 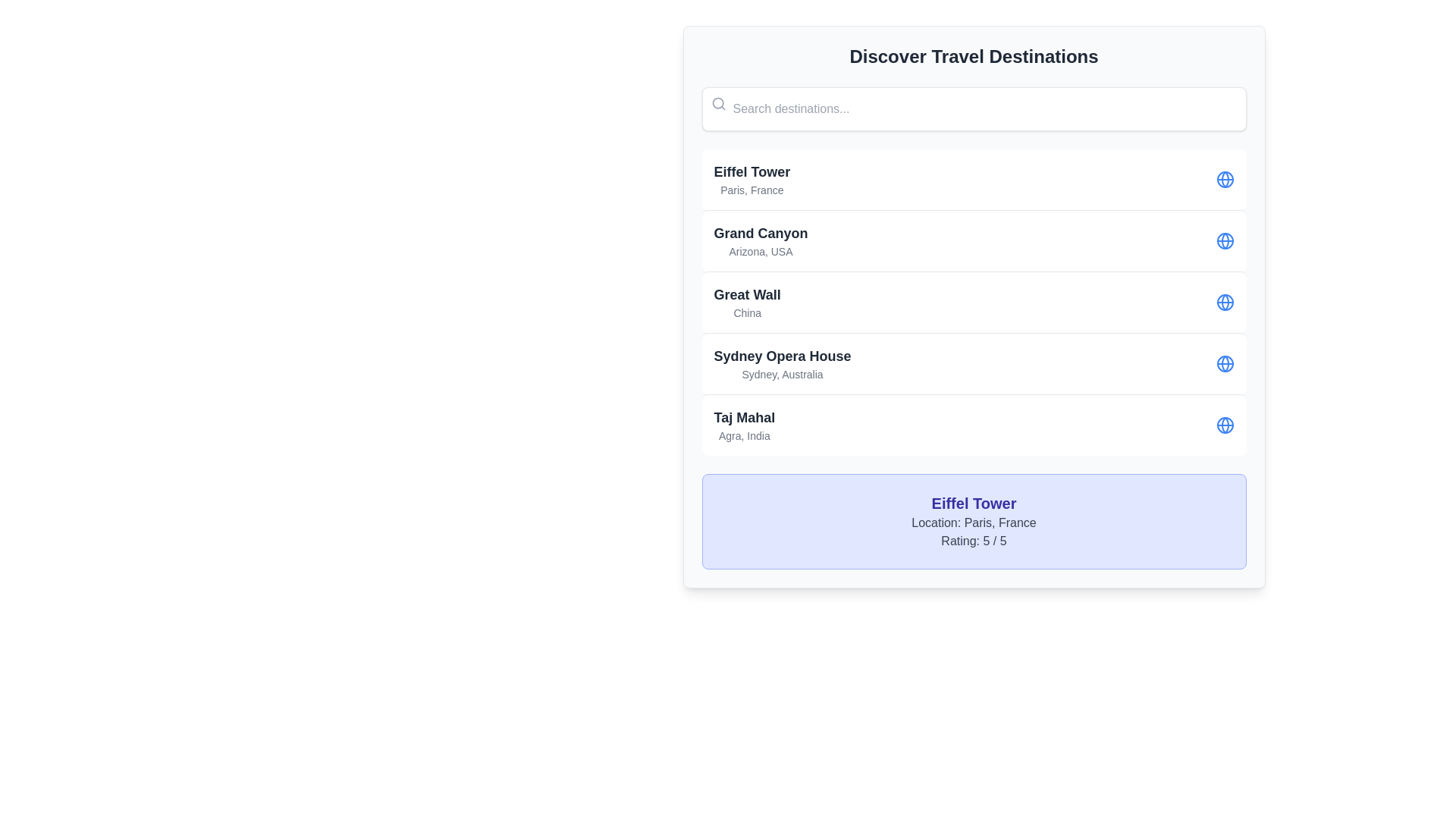 What do you see at coordinates (1225, 425) in the screenshot?
I see `the small circular icon within the globe icon located to the right of 'Taj Mahal, Agra, India' in the travel destinations list` at bounding box center [1225, 425].